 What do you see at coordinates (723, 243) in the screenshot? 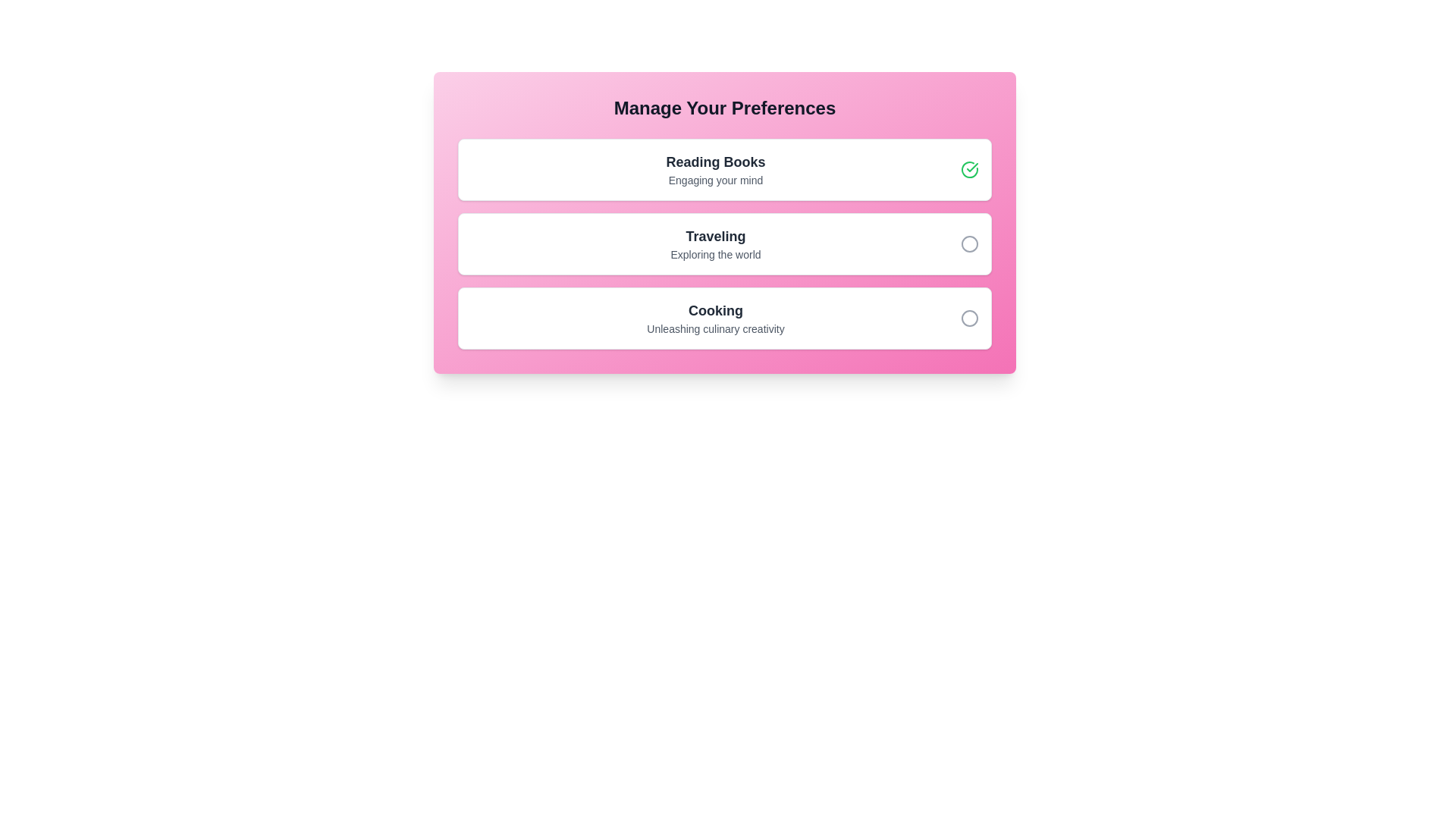
I see `the preference item Traveling` at bounding box center [723, 243].